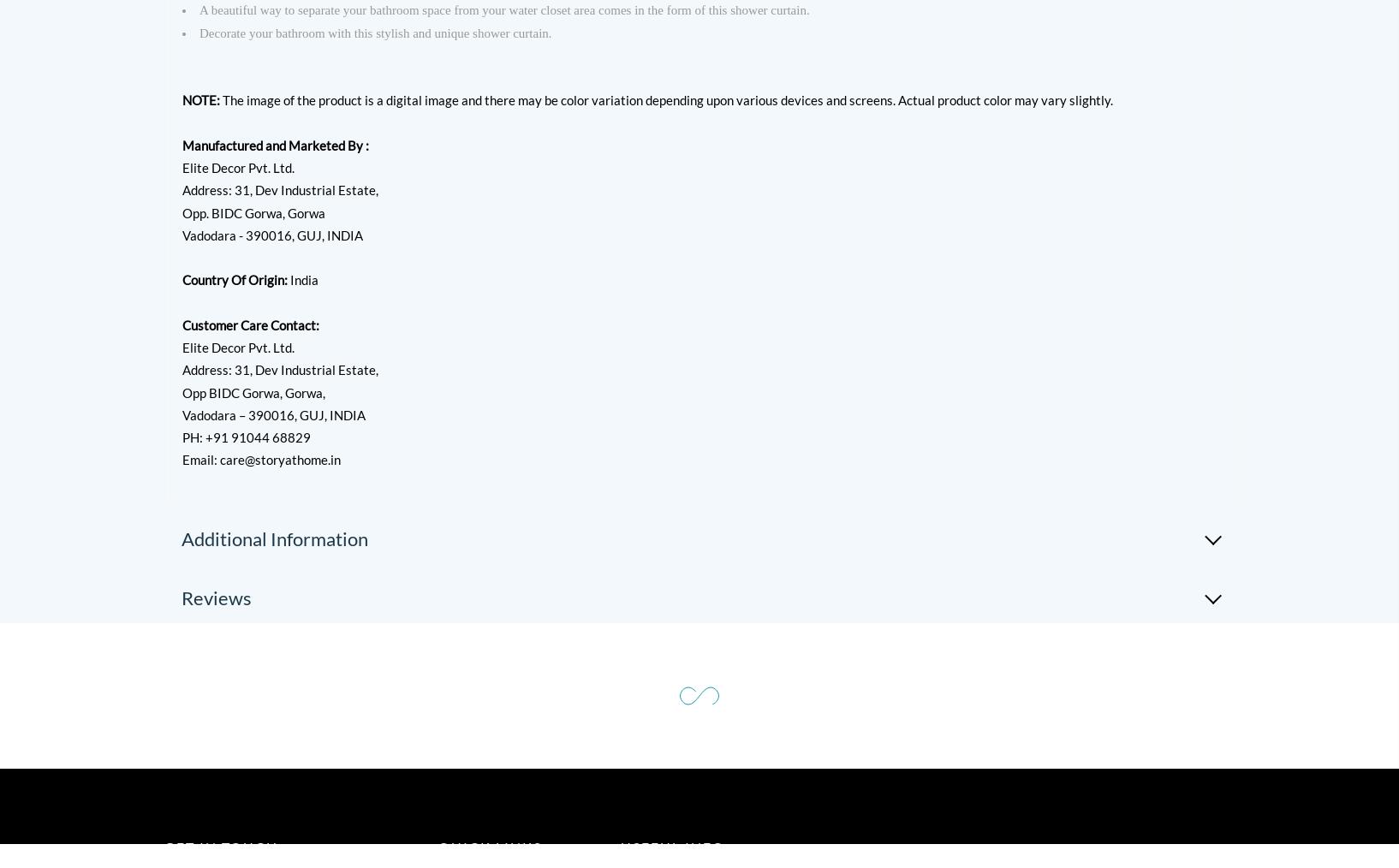  Describe the element at coordinates (273, 413) in the screenshot. I see `'Vadodara – 390016, GUJ, INDIA'` at that location.